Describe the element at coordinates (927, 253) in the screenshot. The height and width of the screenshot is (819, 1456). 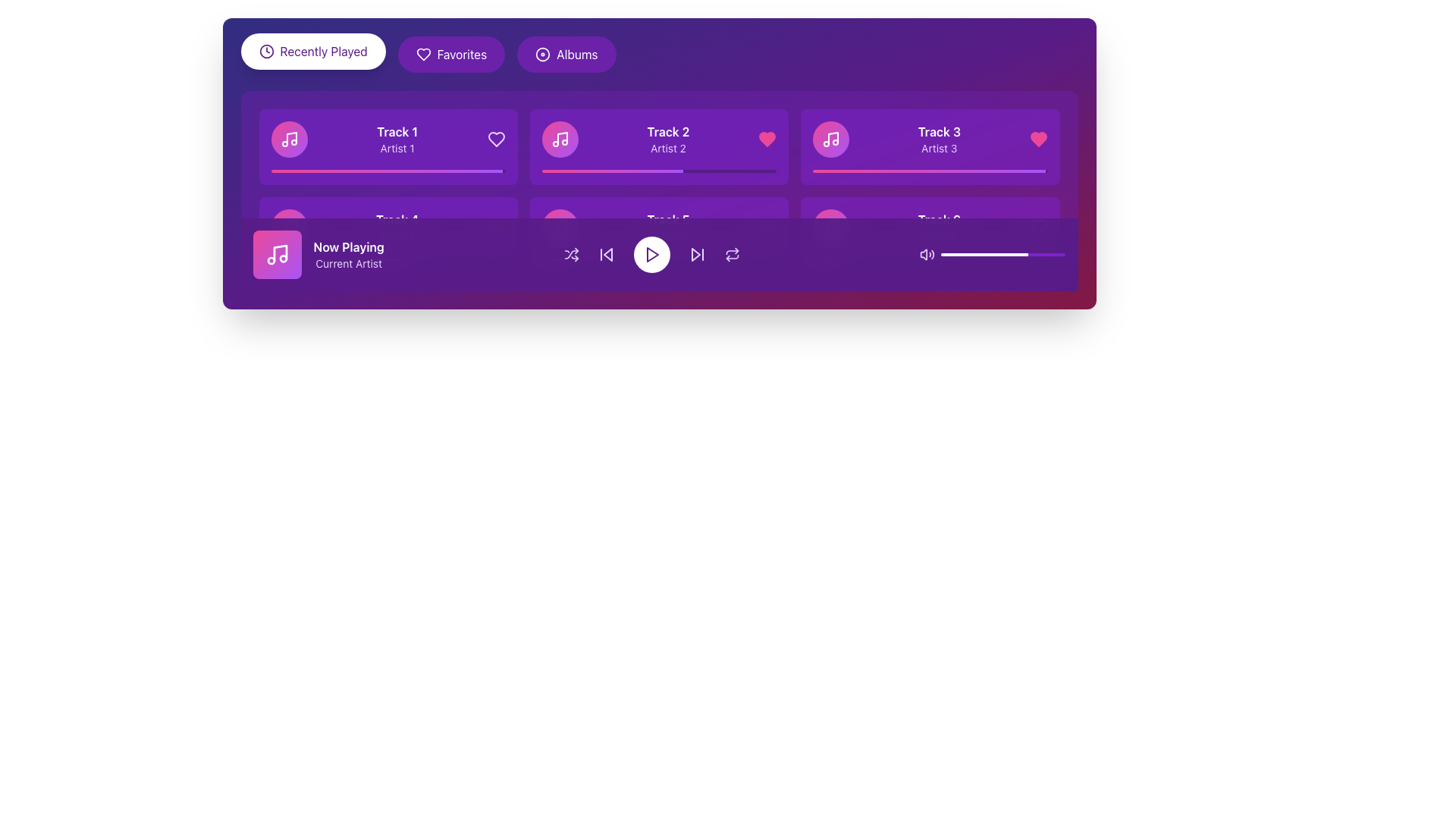
I see `the small purple speaker icon located on the left side of the horizontal volume control bar` at that location.